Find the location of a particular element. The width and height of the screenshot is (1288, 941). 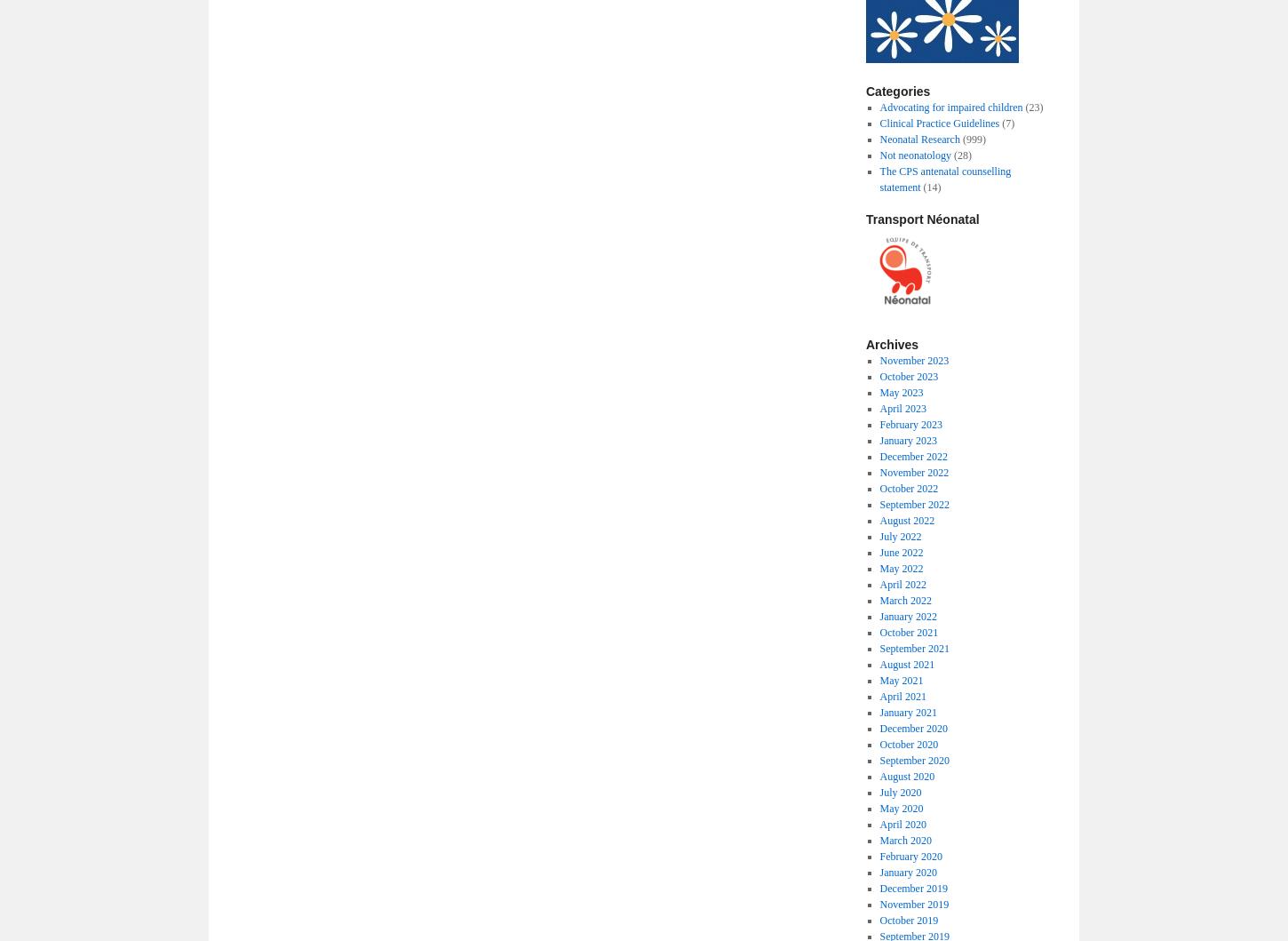

'October 2022' is located at coordinates (879, 488).